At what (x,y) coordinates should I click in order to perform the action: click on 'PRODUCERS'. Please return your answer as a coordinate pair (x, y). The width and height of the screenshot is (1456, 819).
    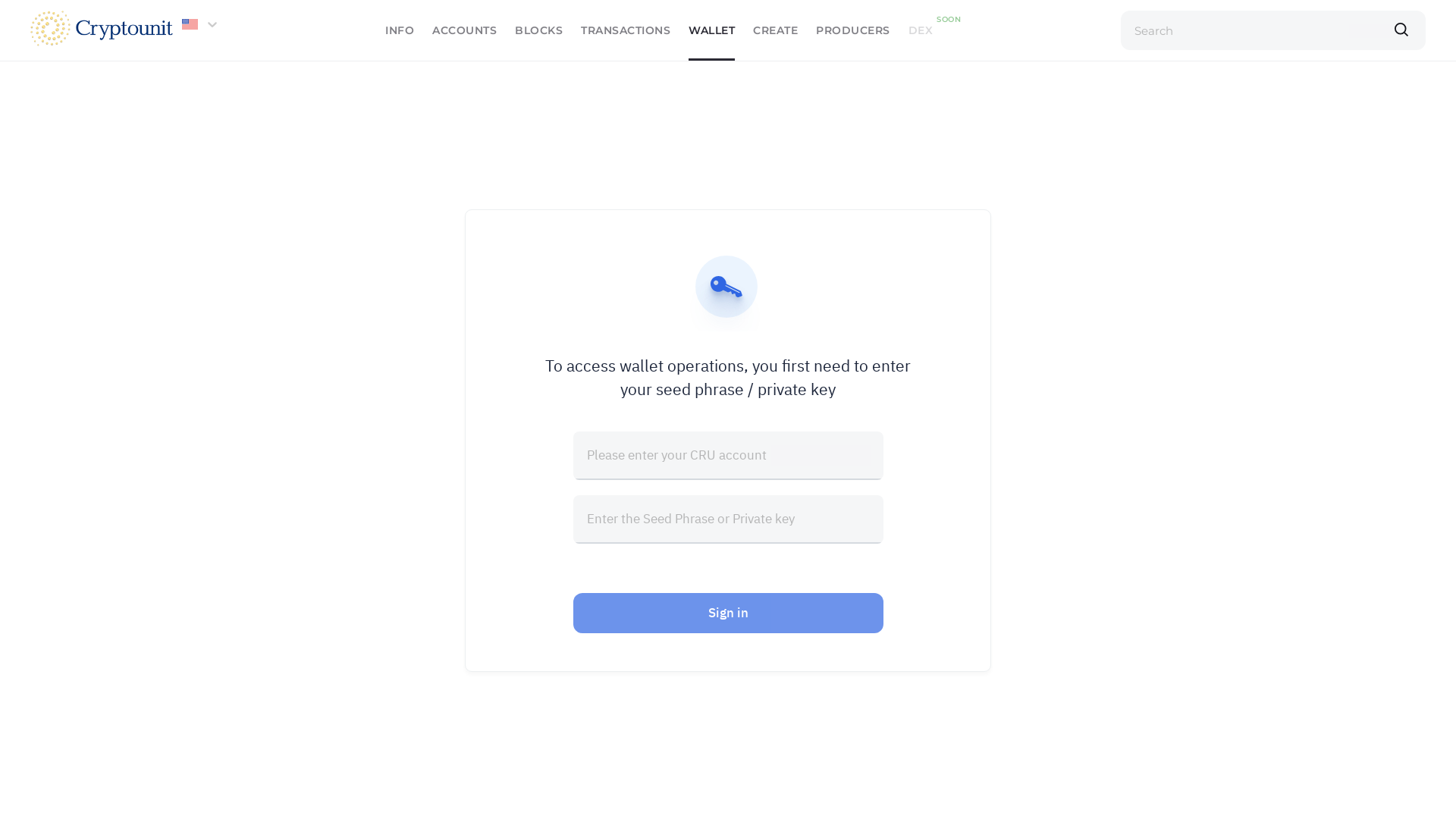
    Looking at the image, I should click on (852, 30).